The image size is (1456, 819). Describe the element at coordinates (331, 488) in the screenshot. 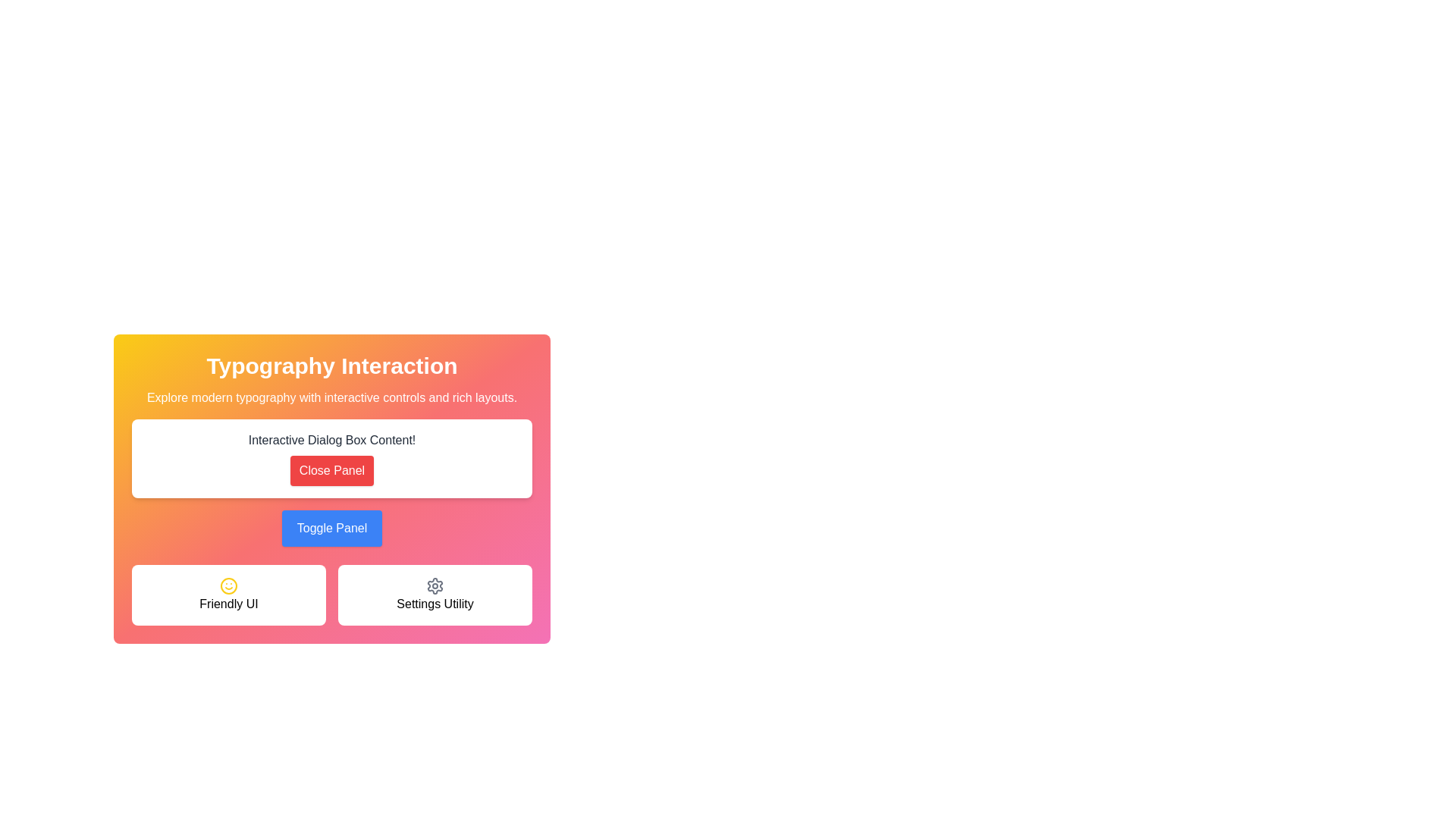

I see `the 'Close Panel' button, which is a rectangular button with a red background and white text, located beneath the 'Interactive Dialog Box Content!' and above the 'Toggle Panel' button` at that location.